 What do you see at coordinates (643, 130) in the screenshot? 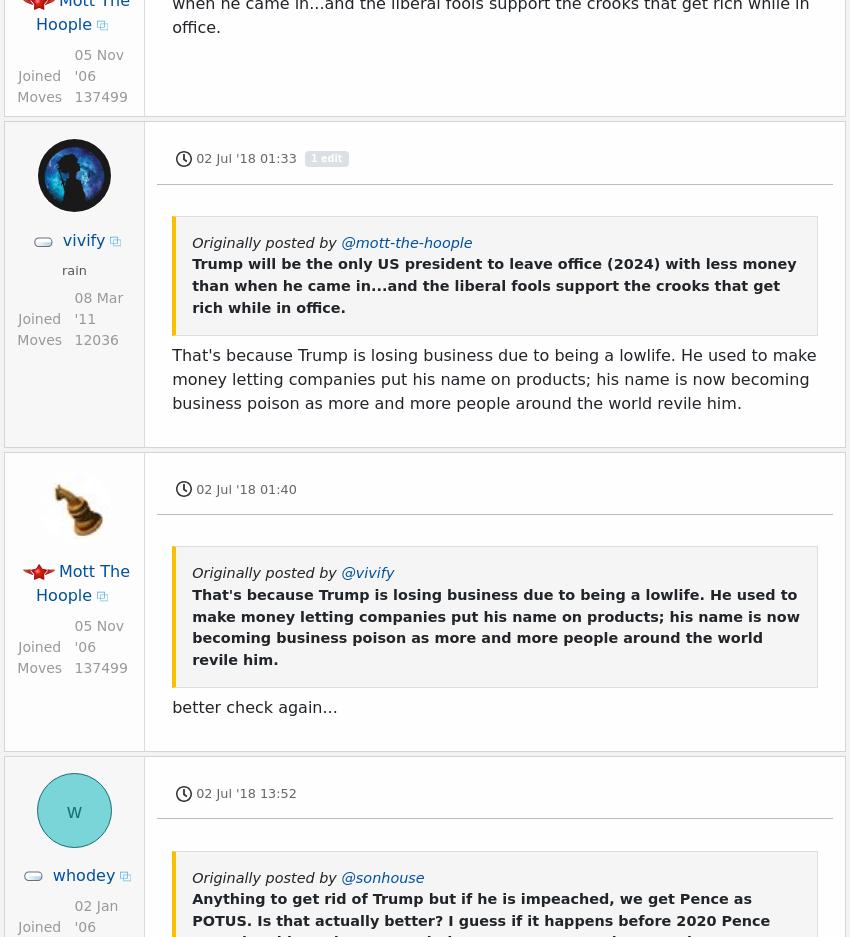
I see `'Contact'` at bounding box center [643, 130].